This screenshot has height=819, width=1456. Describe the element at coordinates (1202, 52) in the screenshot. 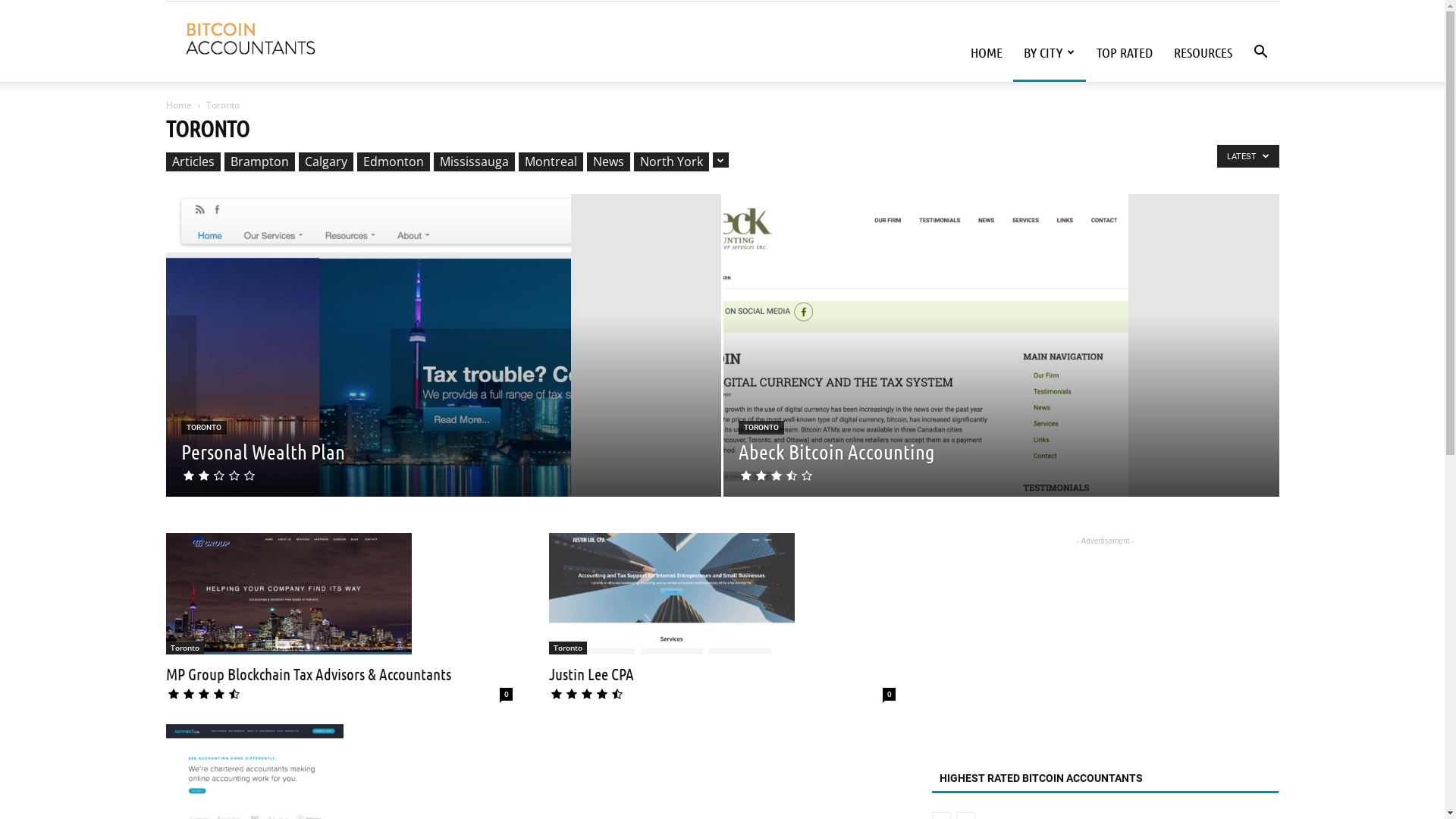

I see `'RESOURCES'` at that location.